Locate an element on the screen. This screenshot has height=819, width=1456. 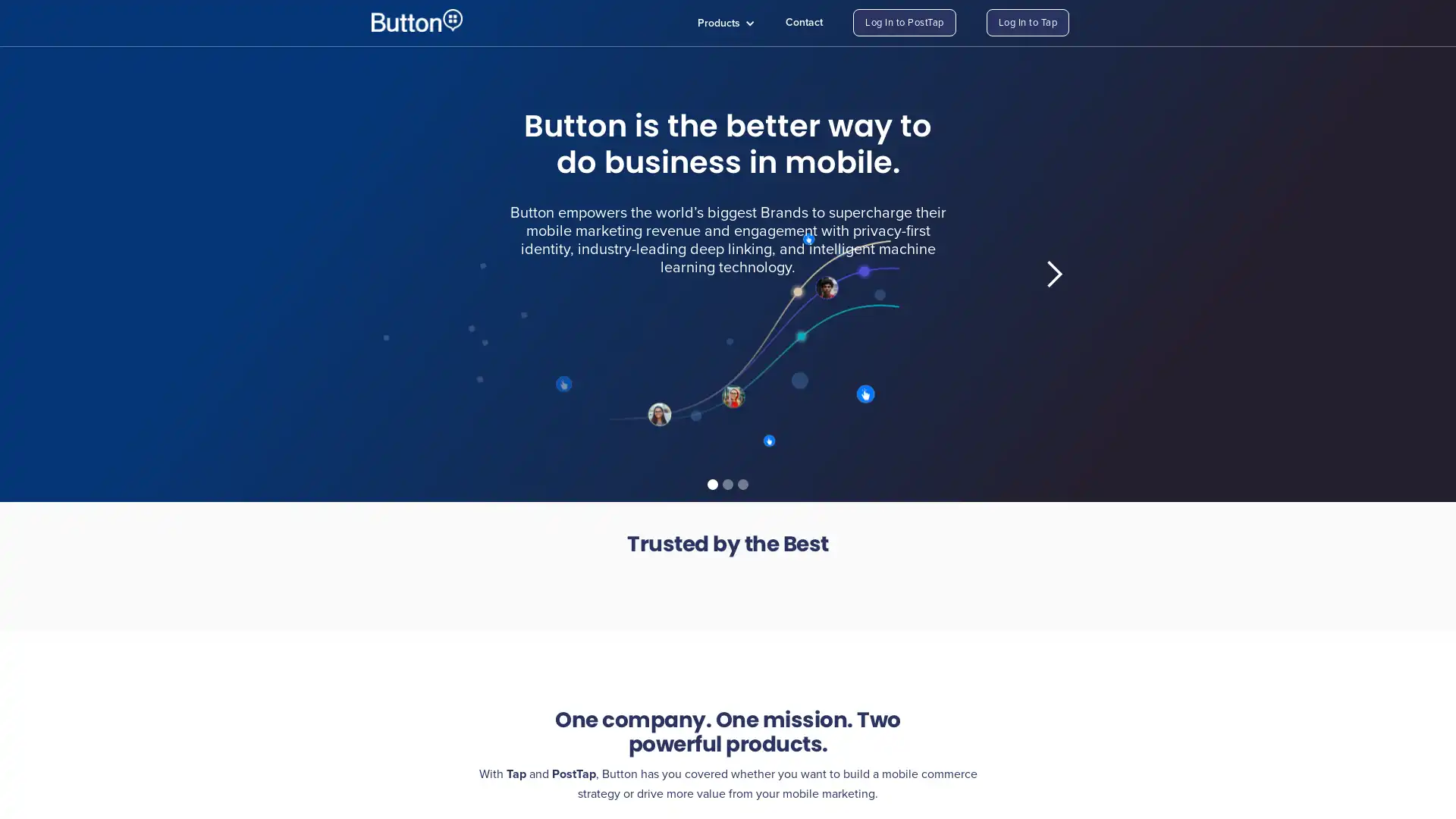
Show slide 3 of 3 is located at coordinates (742, 485).